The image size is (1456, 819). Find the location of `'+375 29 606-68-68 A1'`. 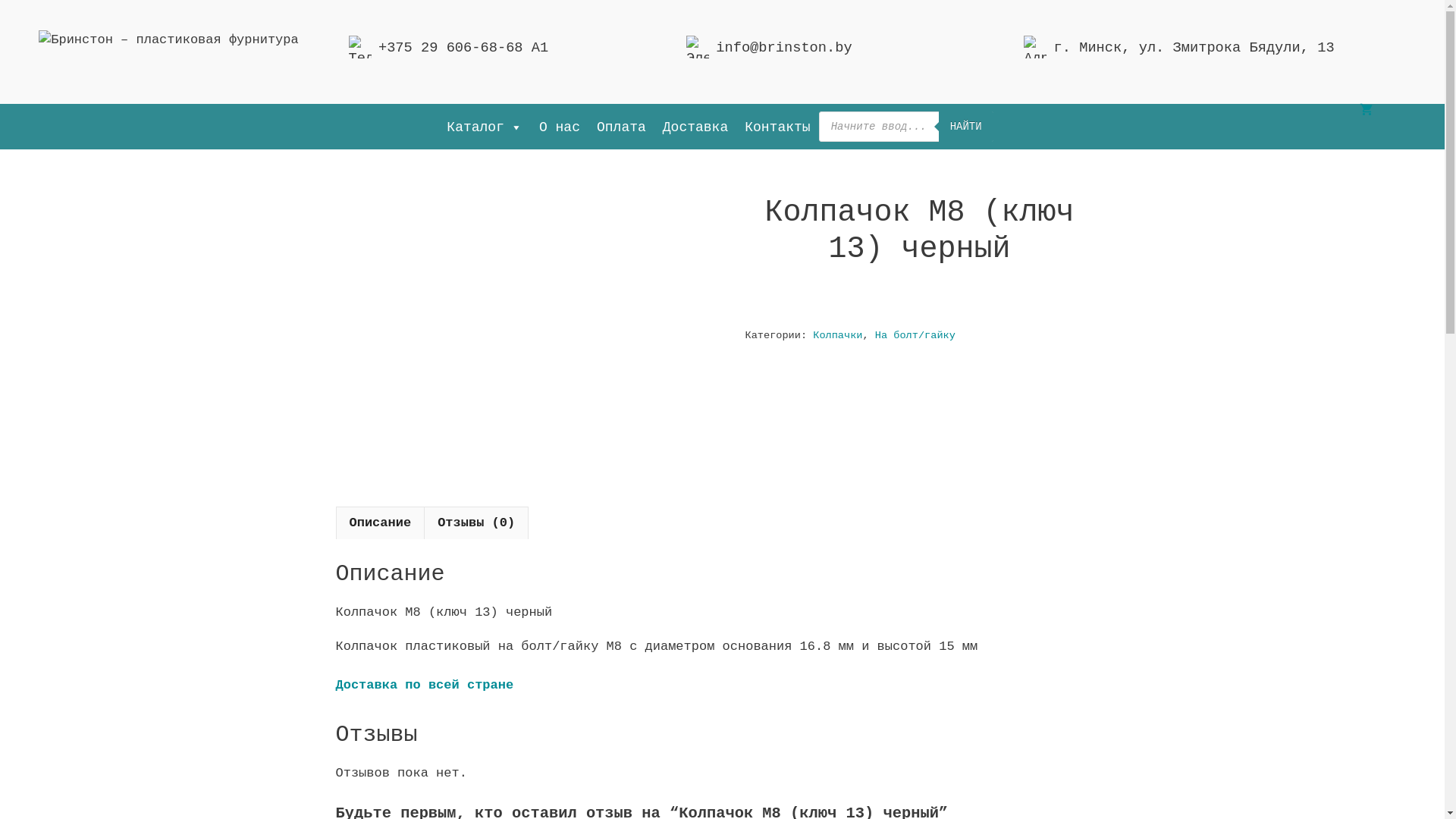

'+375 29 606-68-68 A1' is located at coordinates (462, 46).